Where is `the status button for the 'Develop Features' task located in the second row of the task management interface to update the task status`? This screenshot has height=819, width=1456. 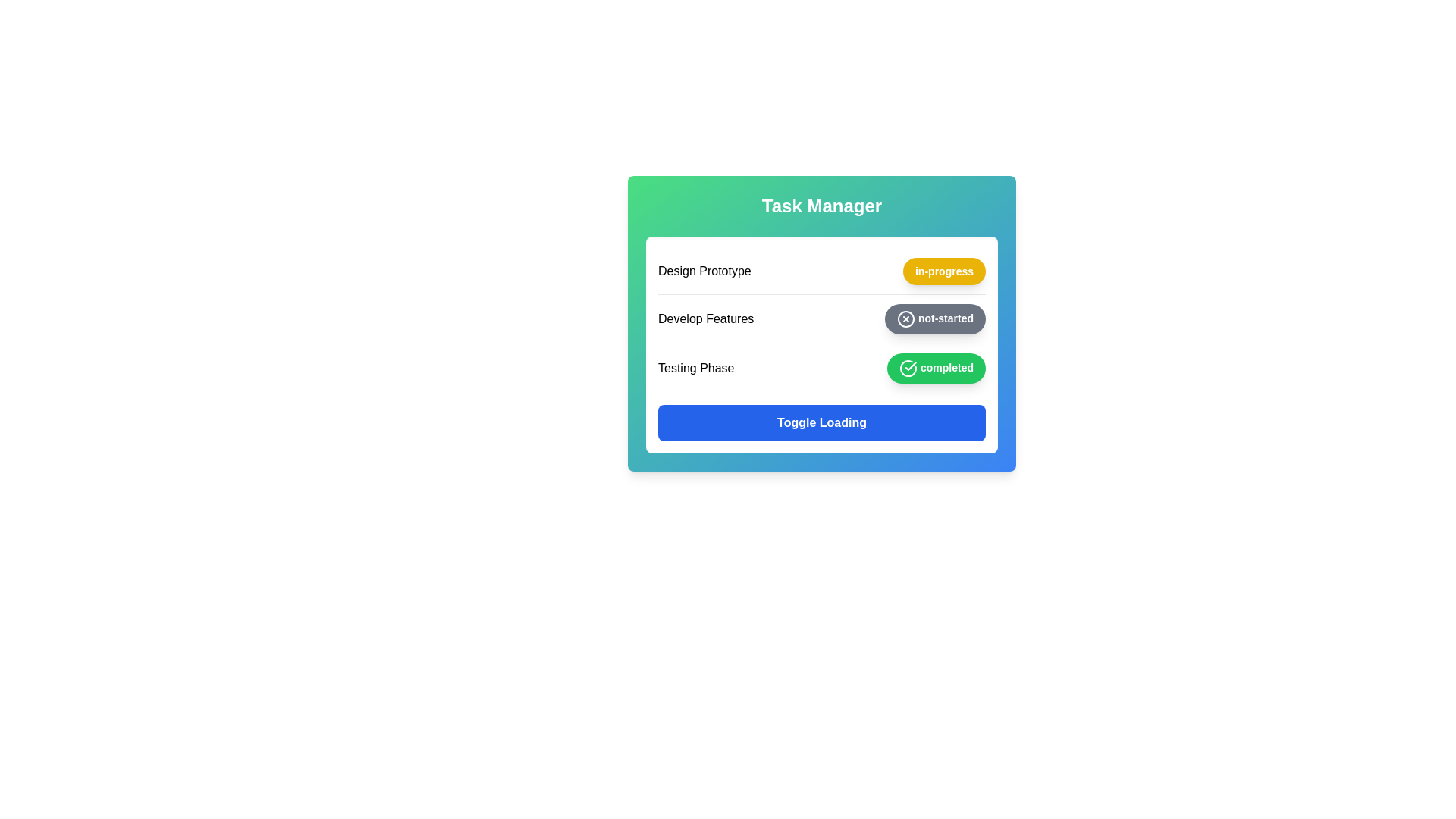 the status button for the 'Develop Features' task located in the second row of the task management interface to update the task status is located at coordinates (821, 323).